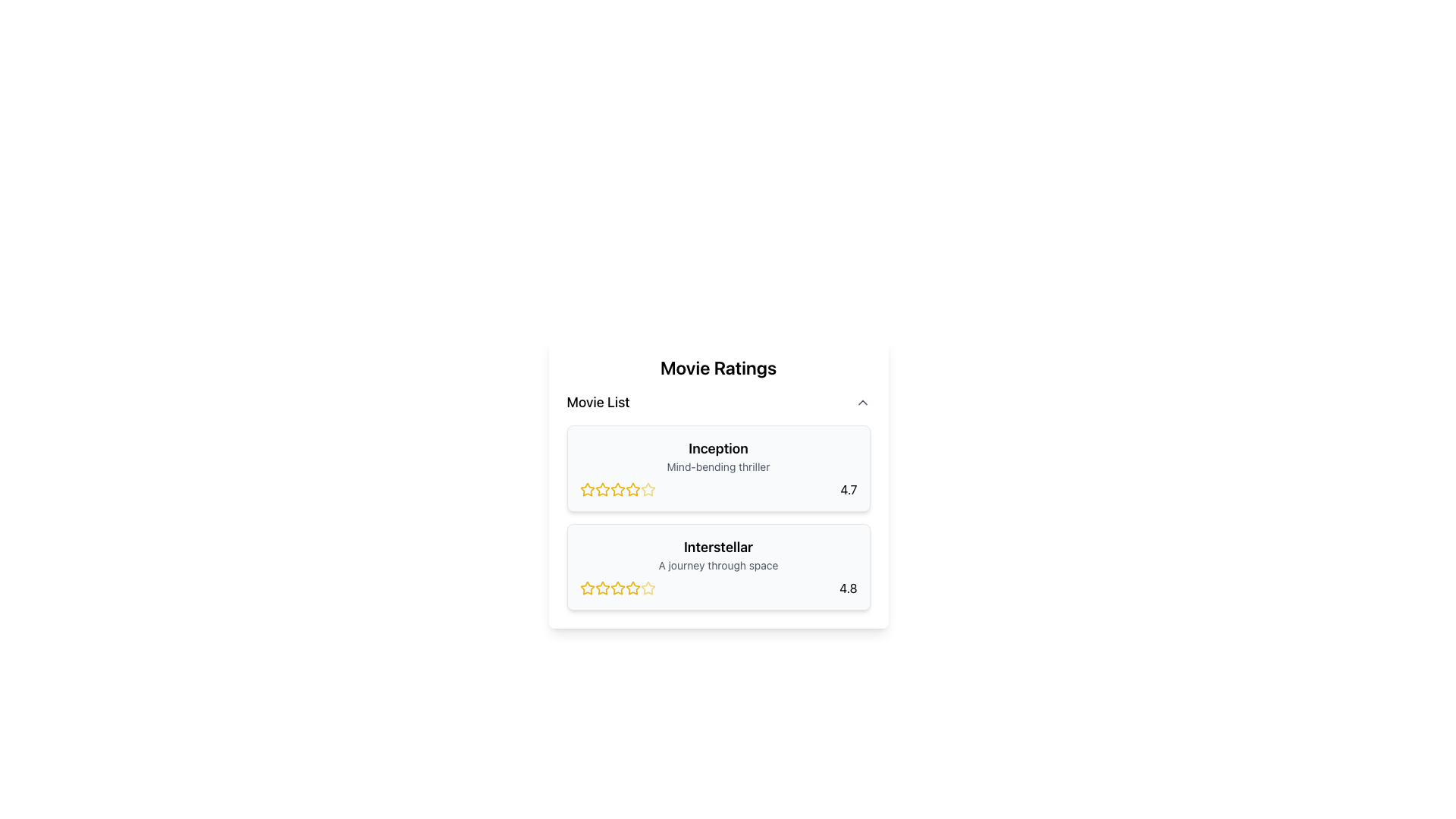  What do you see at coordinates (717, 565) in the screenshot?
I see `text label 'A journey through space' located within the card for the movie 'Interstellar', positioned below the heading 'Interstellar'` at bounding box center [717, 565].